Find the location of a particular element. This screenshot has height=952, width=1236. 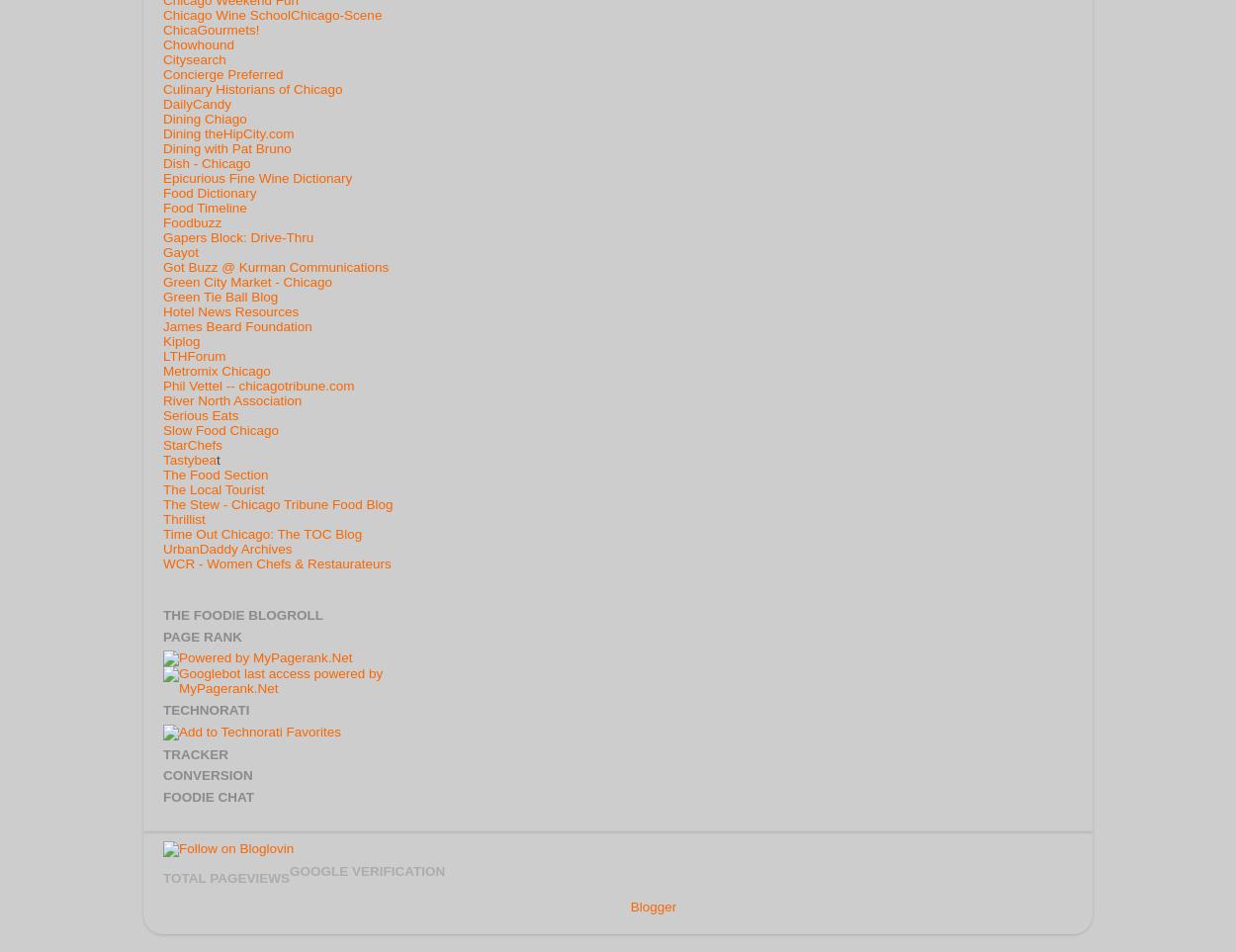

'DailyCandy' is located at coordinates (196, 103).